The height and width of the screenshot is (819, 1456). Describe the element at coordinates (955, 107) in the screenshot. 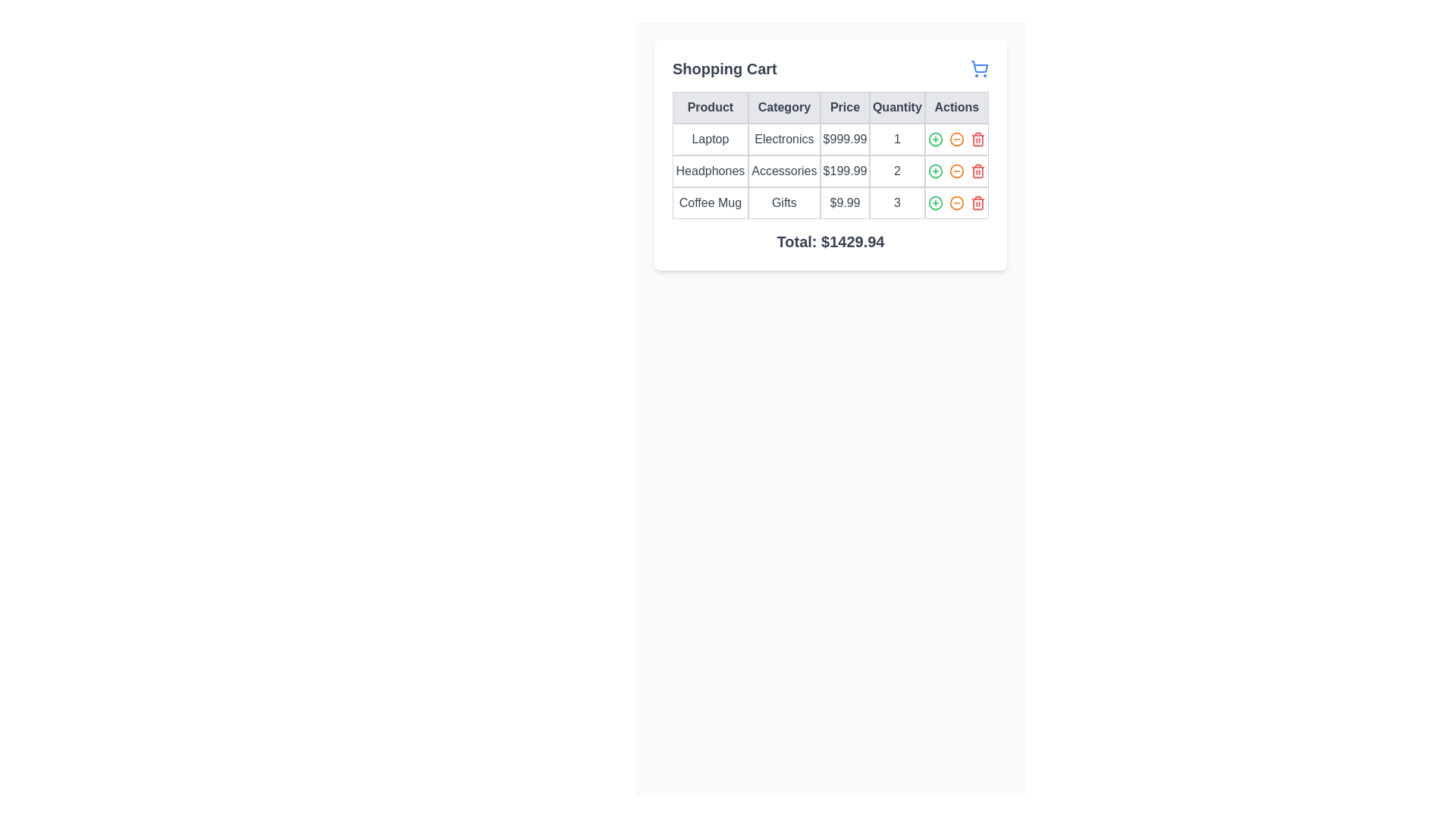

I see `the table header cell labeled 'Actions', which is the fifth column in the header row of the table and has a light gray background` at that location.